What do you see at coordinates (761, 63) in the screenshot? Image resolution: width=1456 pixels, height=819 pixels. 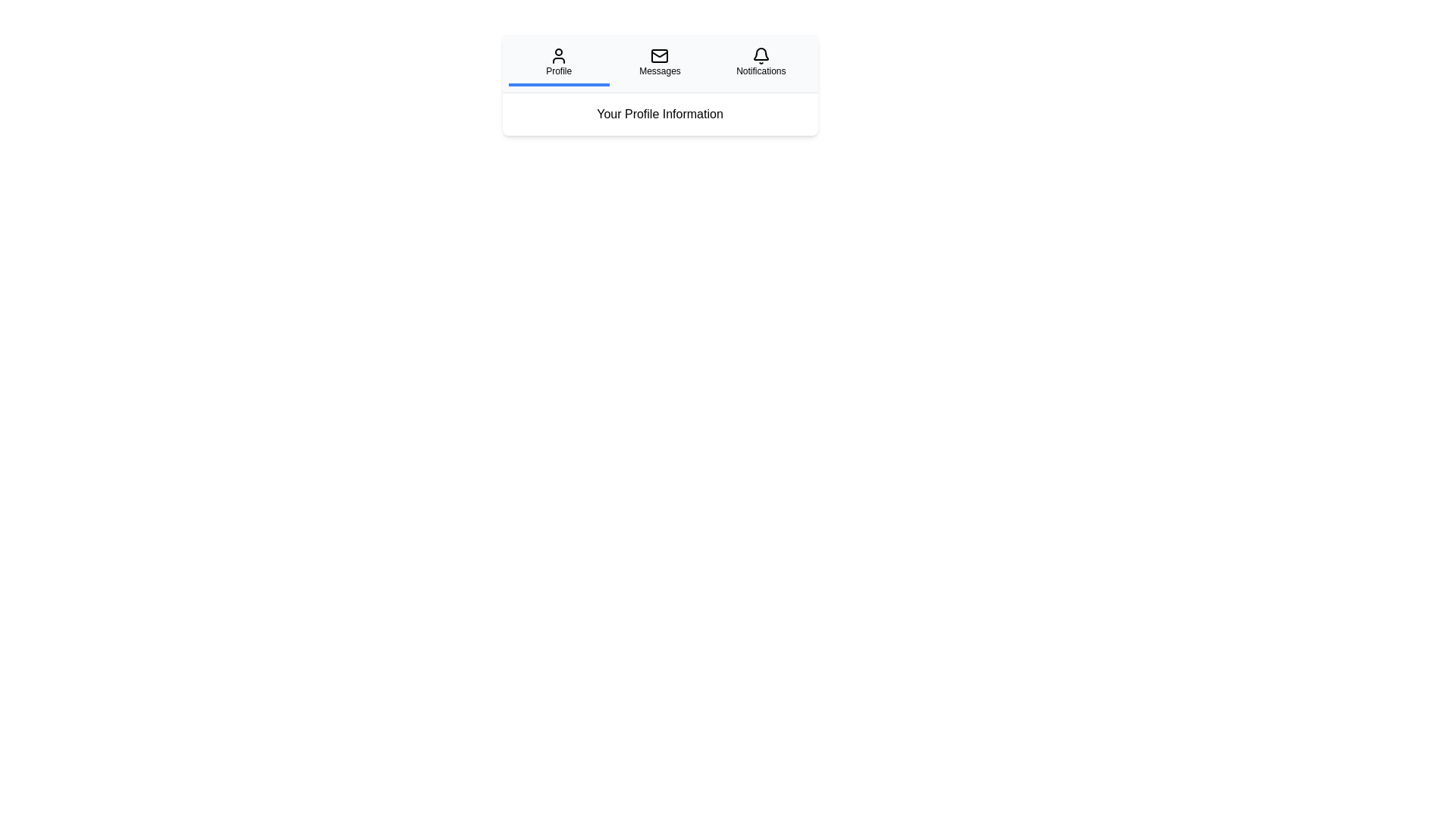 I see `the Notifications button, which features a bell icon and the text 'Notifications', located in the rightmost position of the horizontal navigation bar` at bounding box center [761, 63].